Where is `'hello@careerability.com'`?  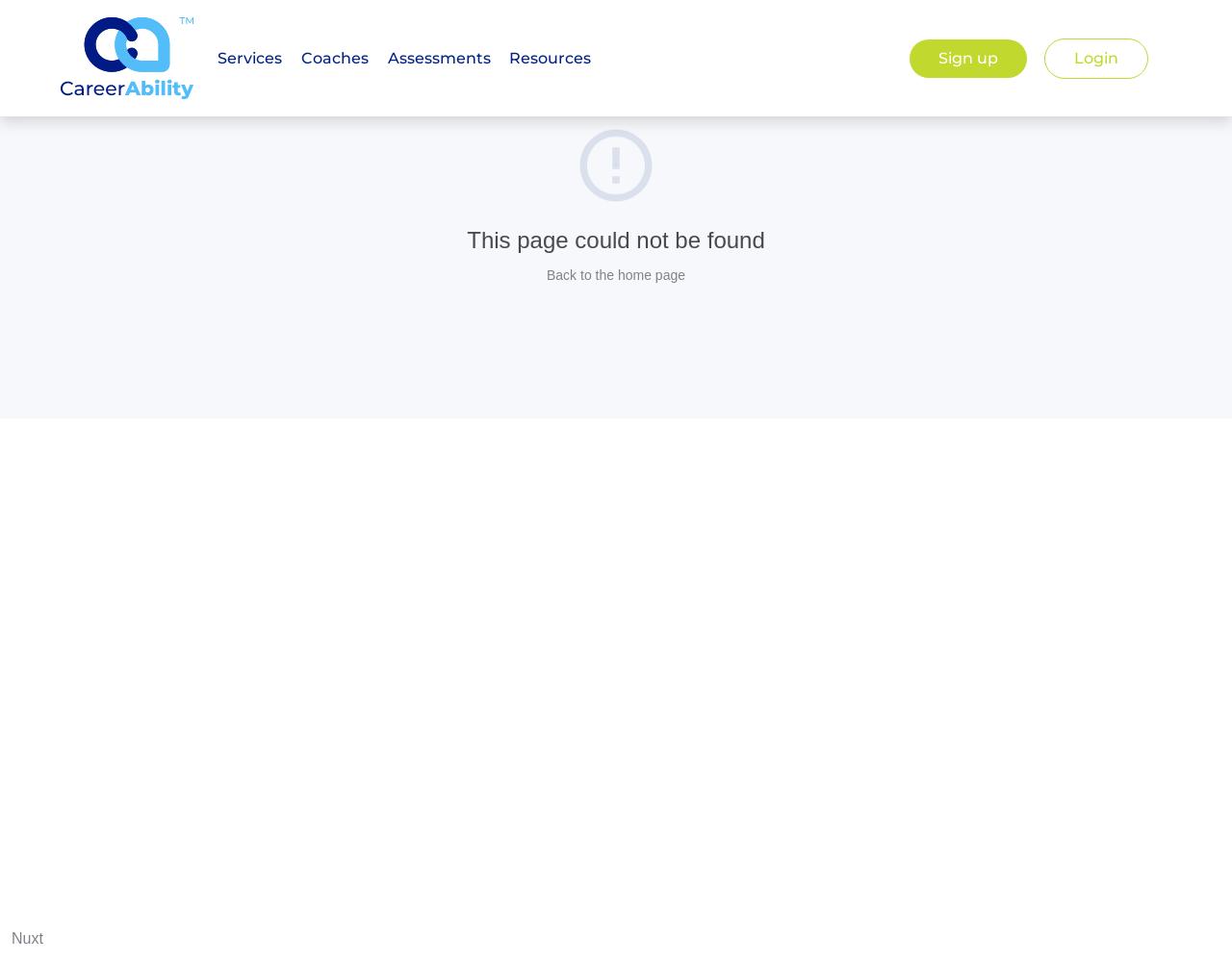
'hello@careerability.com' is located at coordinates (988, 302).